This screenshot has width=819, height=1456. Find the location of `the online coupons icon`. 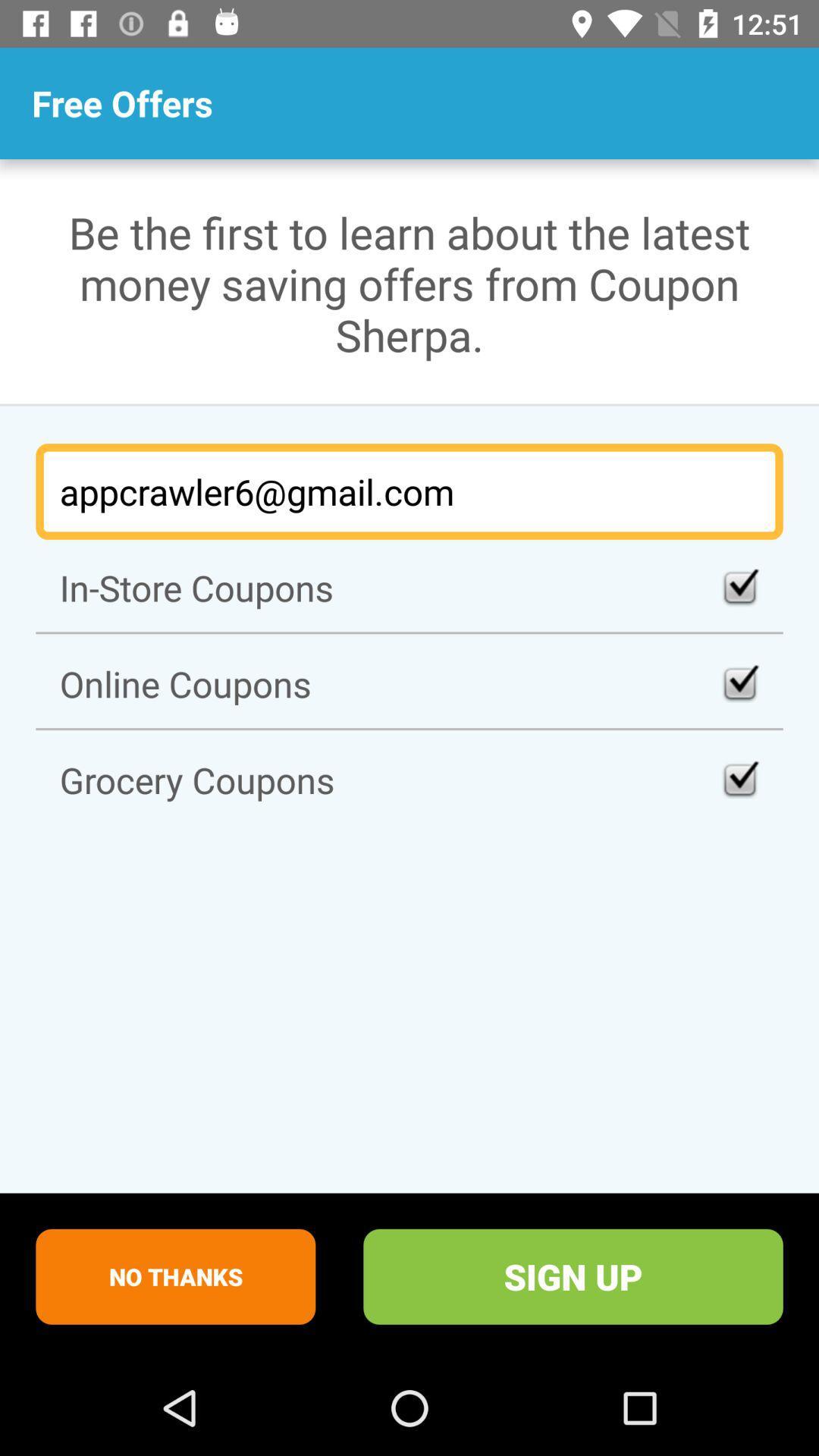

the online coupons icon is located at coordinates (409, 682).